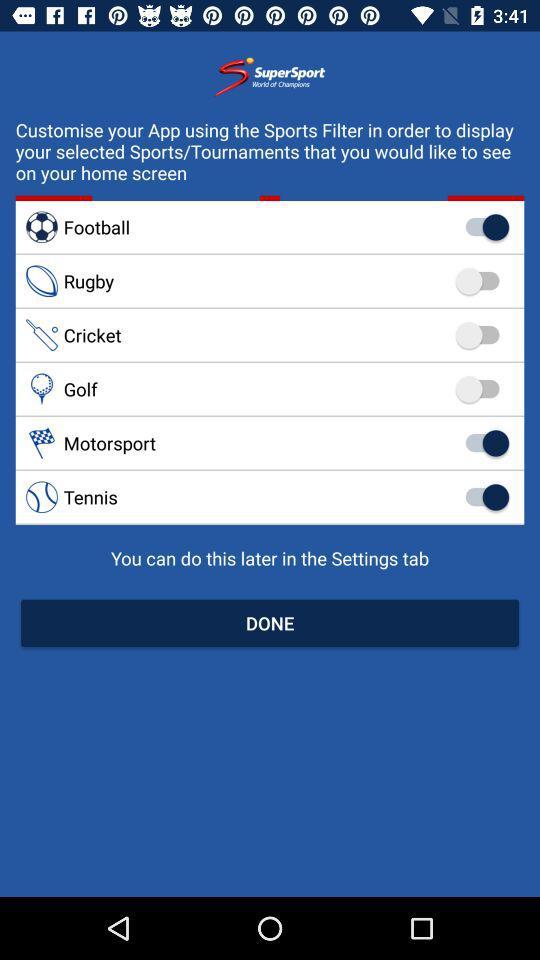 The image size is (540, 960). What do you see at coordinates (270, 443) in the screenshot?
I see `the motorsport` at bounding box center [270, 443].